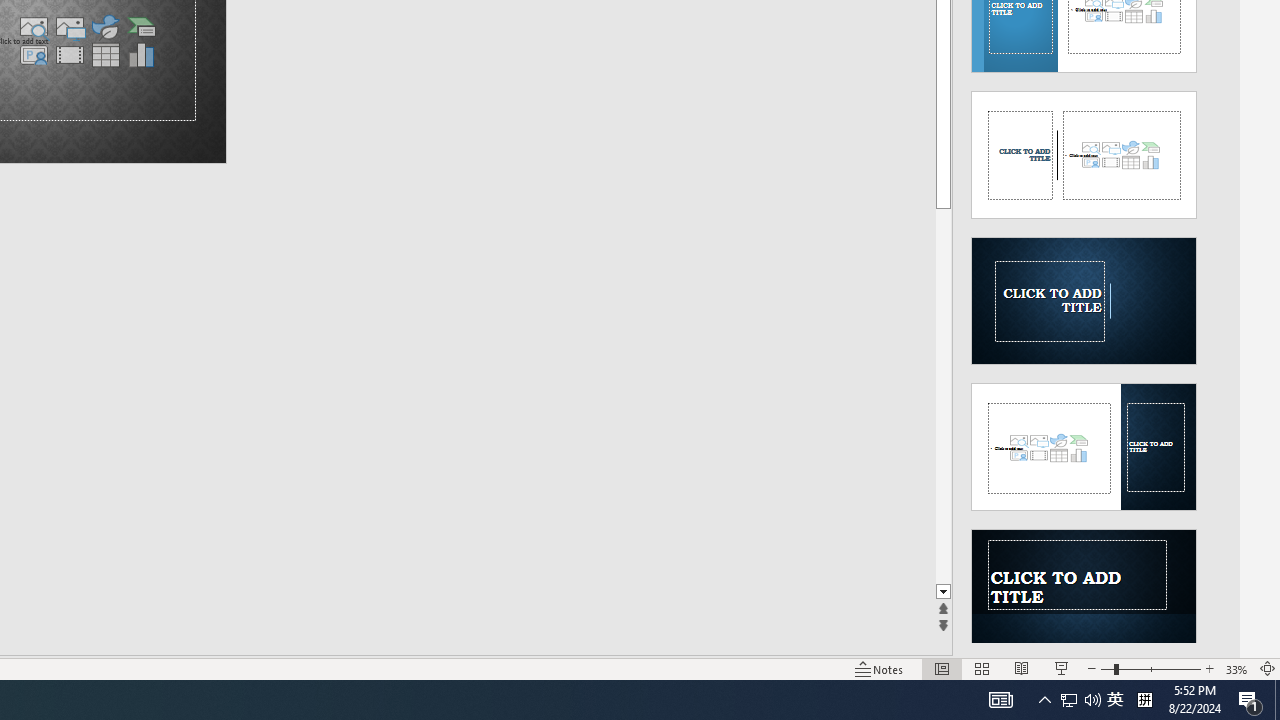  What do you see at coordinates (69, 27) in the screenshot?
I see `'Pictures'` at bounding box center [69, 27].